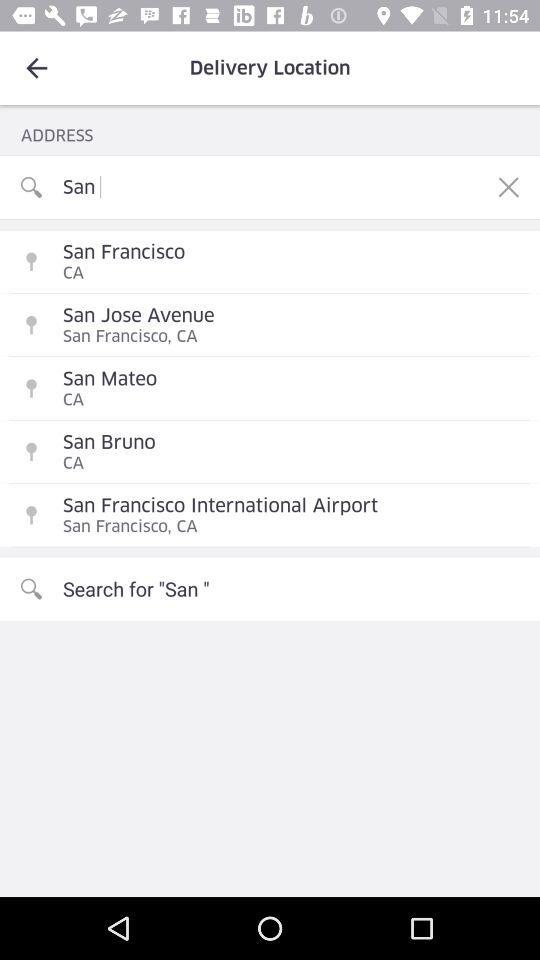 The height and width of the screenshot is (960, 540). Describe the element at coordinates (36, 68) in the screenshot. I see `the icon above address item` at that location.